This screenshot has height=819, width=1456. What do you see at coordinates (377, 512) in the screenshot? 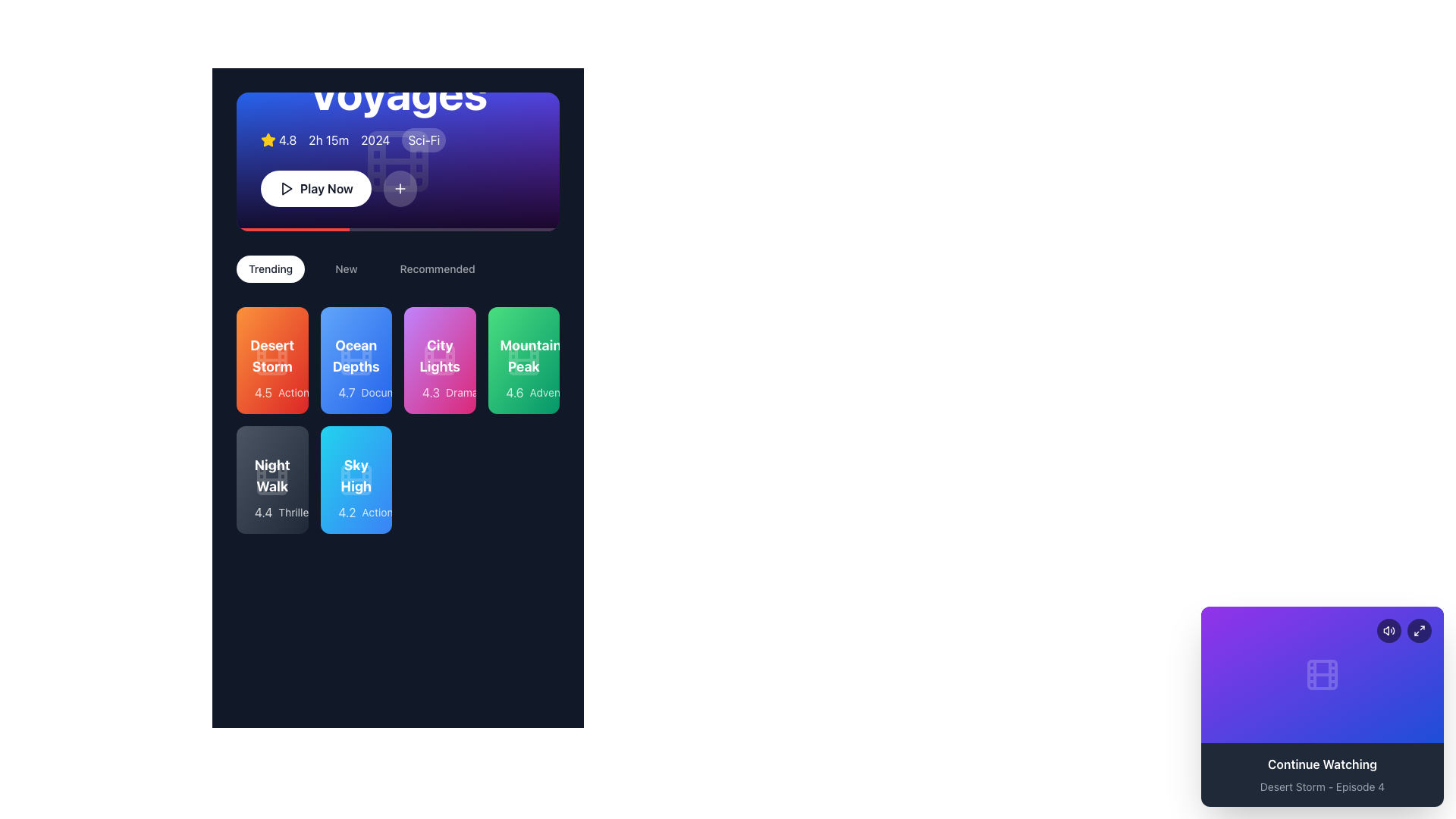
I see `text label displaying 'Action' located within the blue card labeled 'Sky High', positioned towards the bottom right of the card` at bounding box center [377, 512].